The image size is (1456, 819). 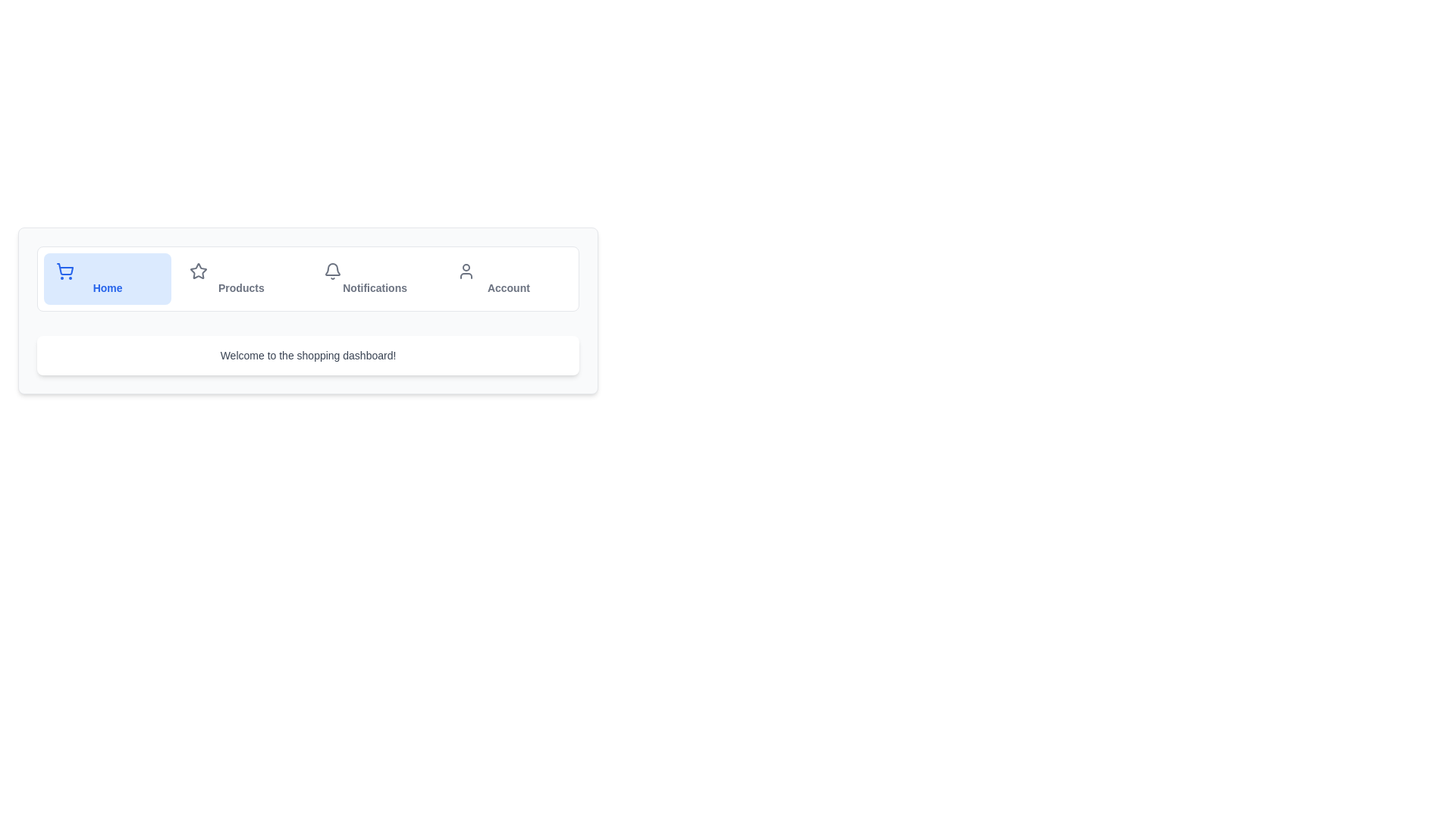 What do you see at coordinates (240, 288) in the screenshot?
I see `text of the descriptive label that identifies the clickable navigational item for the 'Products' page, located to the right of a star icon` at bounding box center [240, 288].